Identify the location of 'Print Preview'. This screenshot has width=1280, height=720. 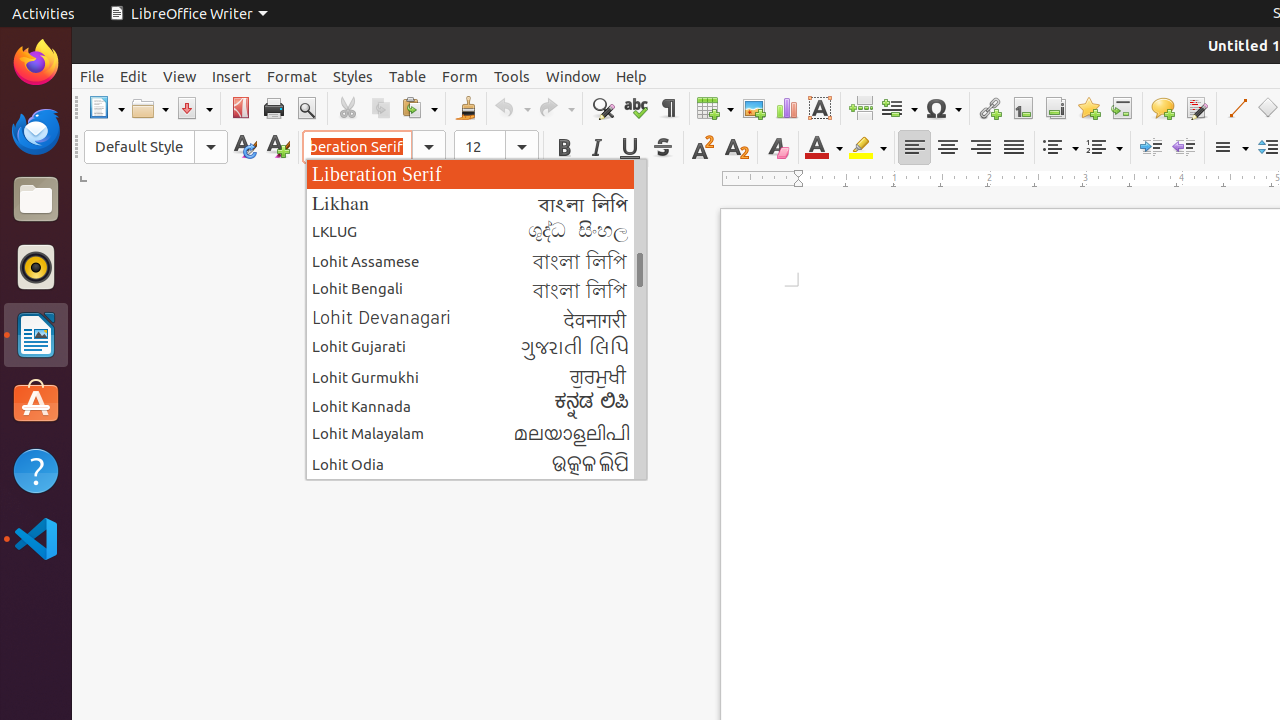
(305, 108).